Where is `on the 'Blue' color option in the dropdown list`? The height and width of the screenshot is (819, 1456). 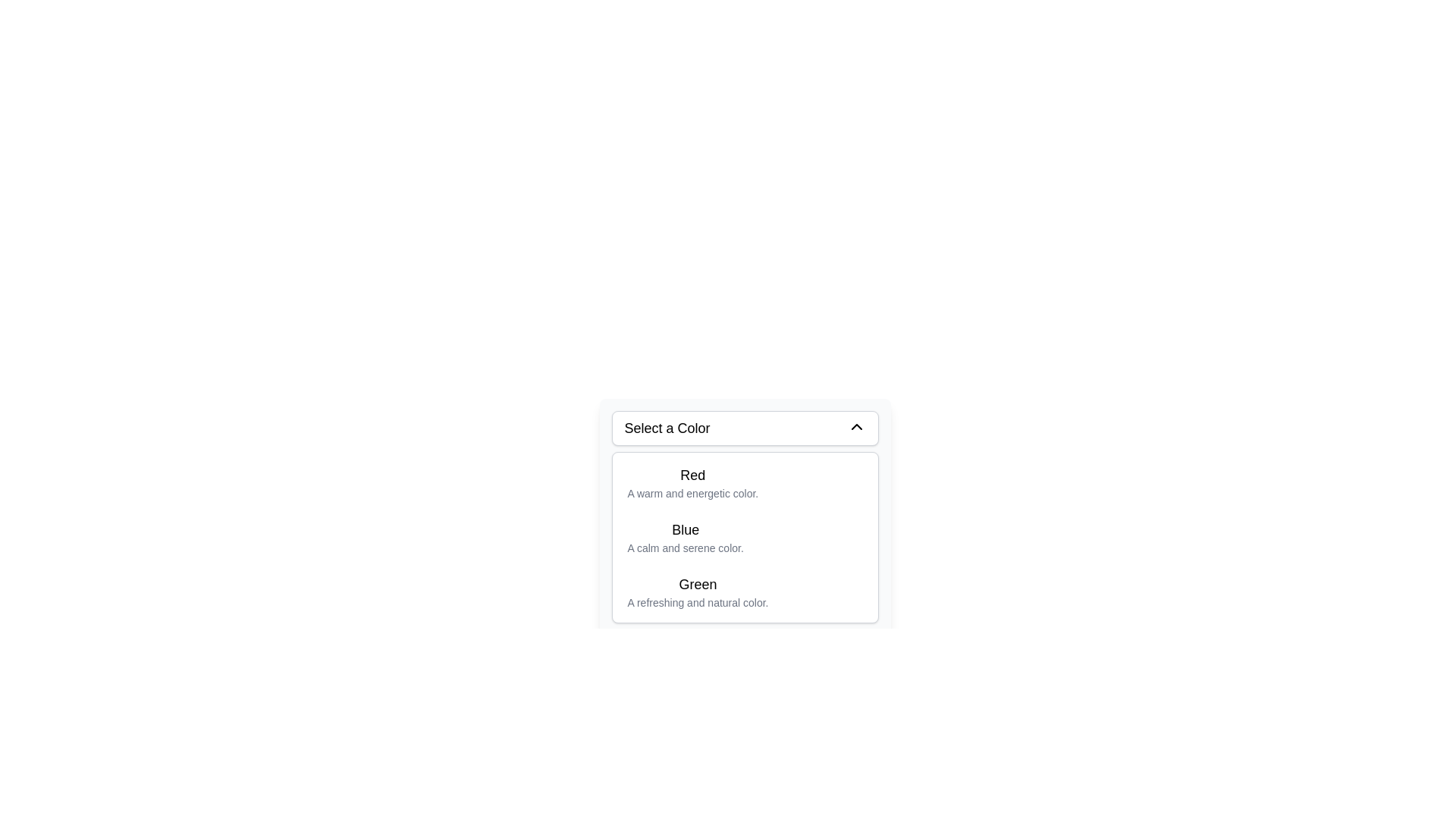
on the 'Blue' color option in the dropdown list is located at coordinates (685, 537).